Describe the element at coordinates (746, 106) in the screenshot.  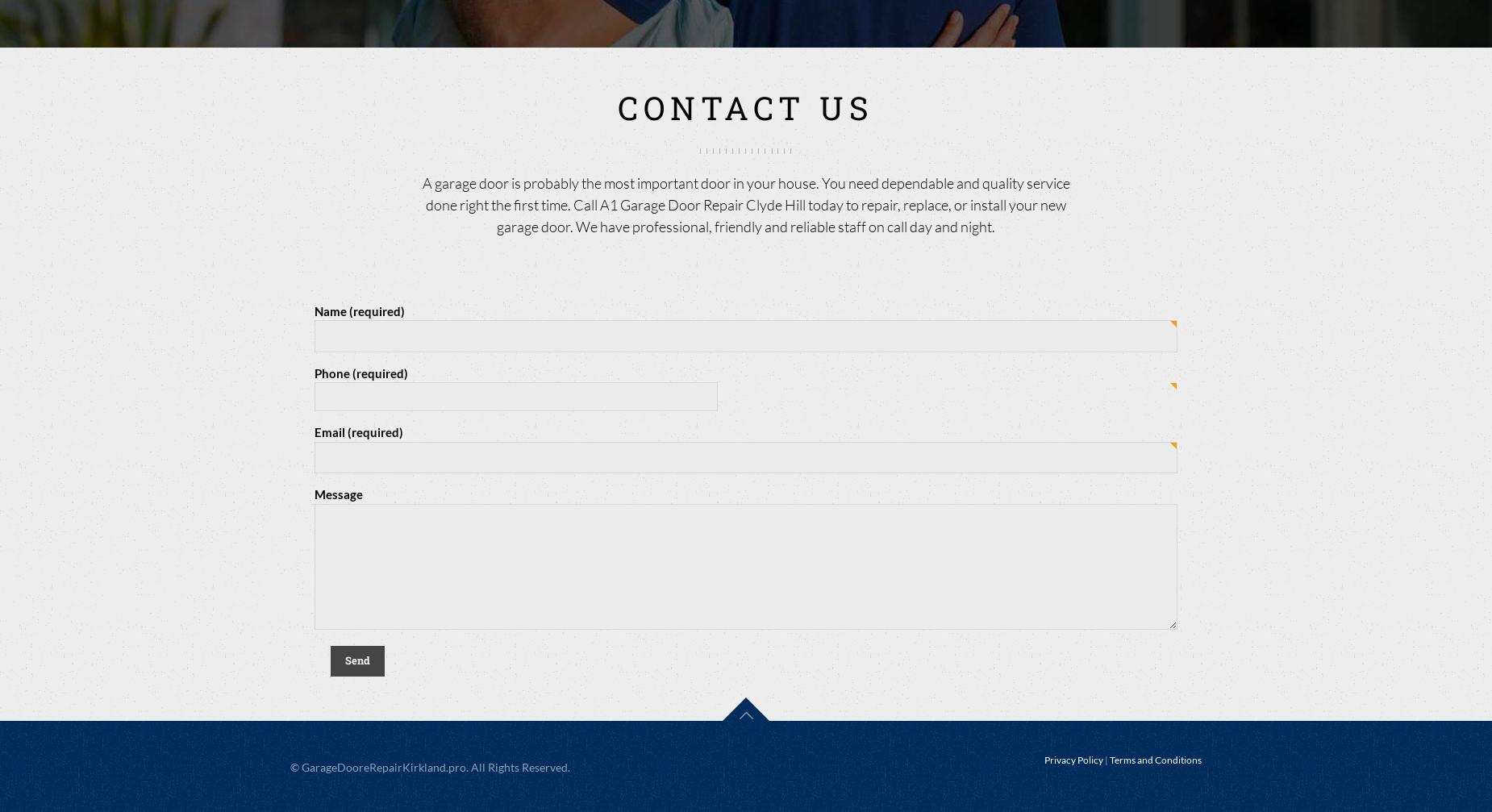
I see `'CONTACT US'` at that location.